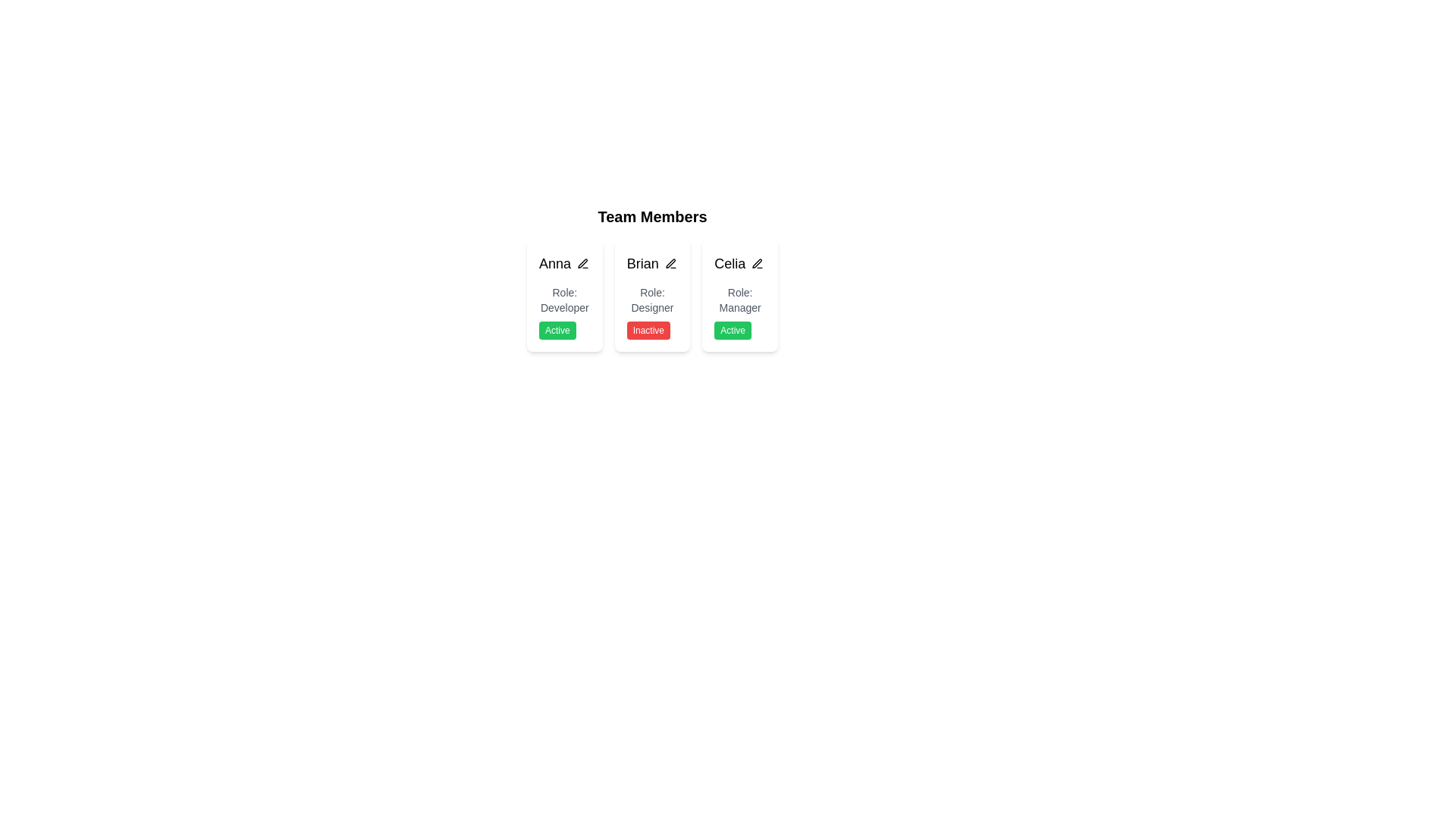 The image size is (1456, 819). Describe the element at coordinates (652, 300) in the screenshot. I see `the text label displaying 'Role: Designer' located in the central card for 'Brian' in the 'Team Members' section, positioned below the name 'Brian' and above the badge 'Inactive'` at that location.